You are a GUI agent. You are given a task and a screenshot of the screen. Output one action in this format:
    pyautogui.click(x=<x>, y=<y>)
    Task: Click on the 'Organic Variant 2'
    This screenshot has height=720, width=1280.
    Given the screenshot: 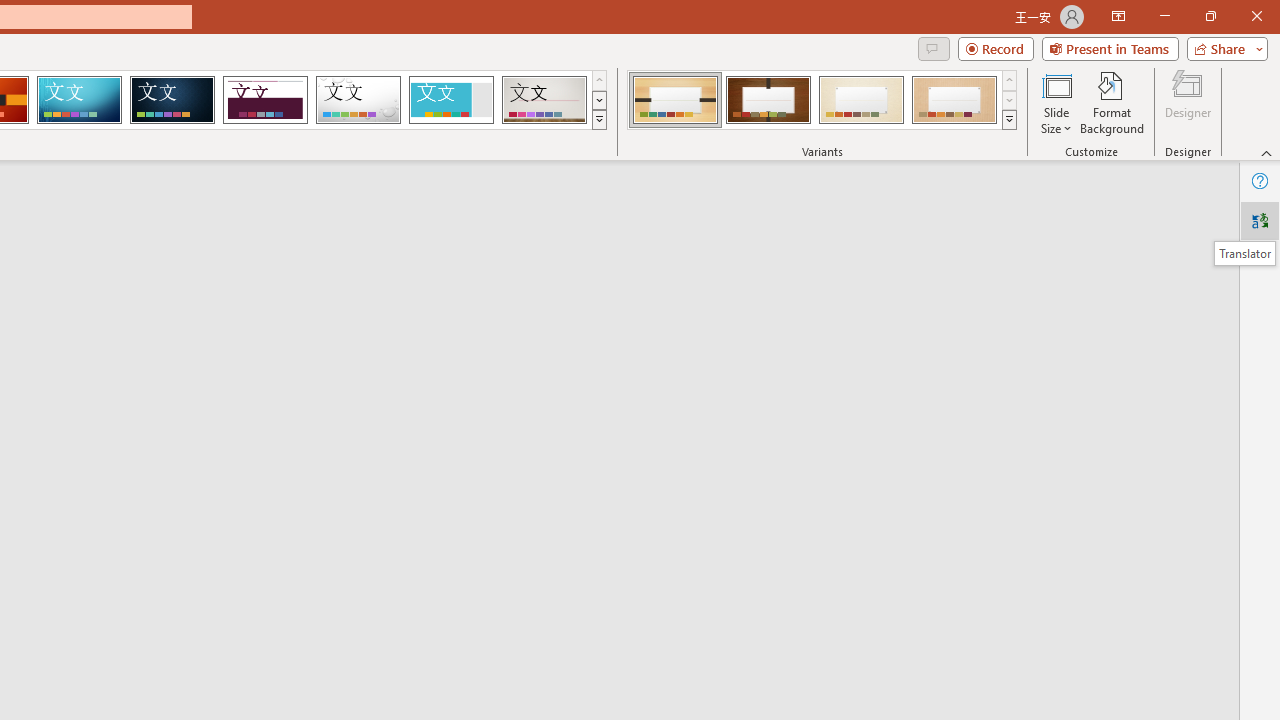 What is the action you would take?
    pyautogui.click(x=767, y=100)
    